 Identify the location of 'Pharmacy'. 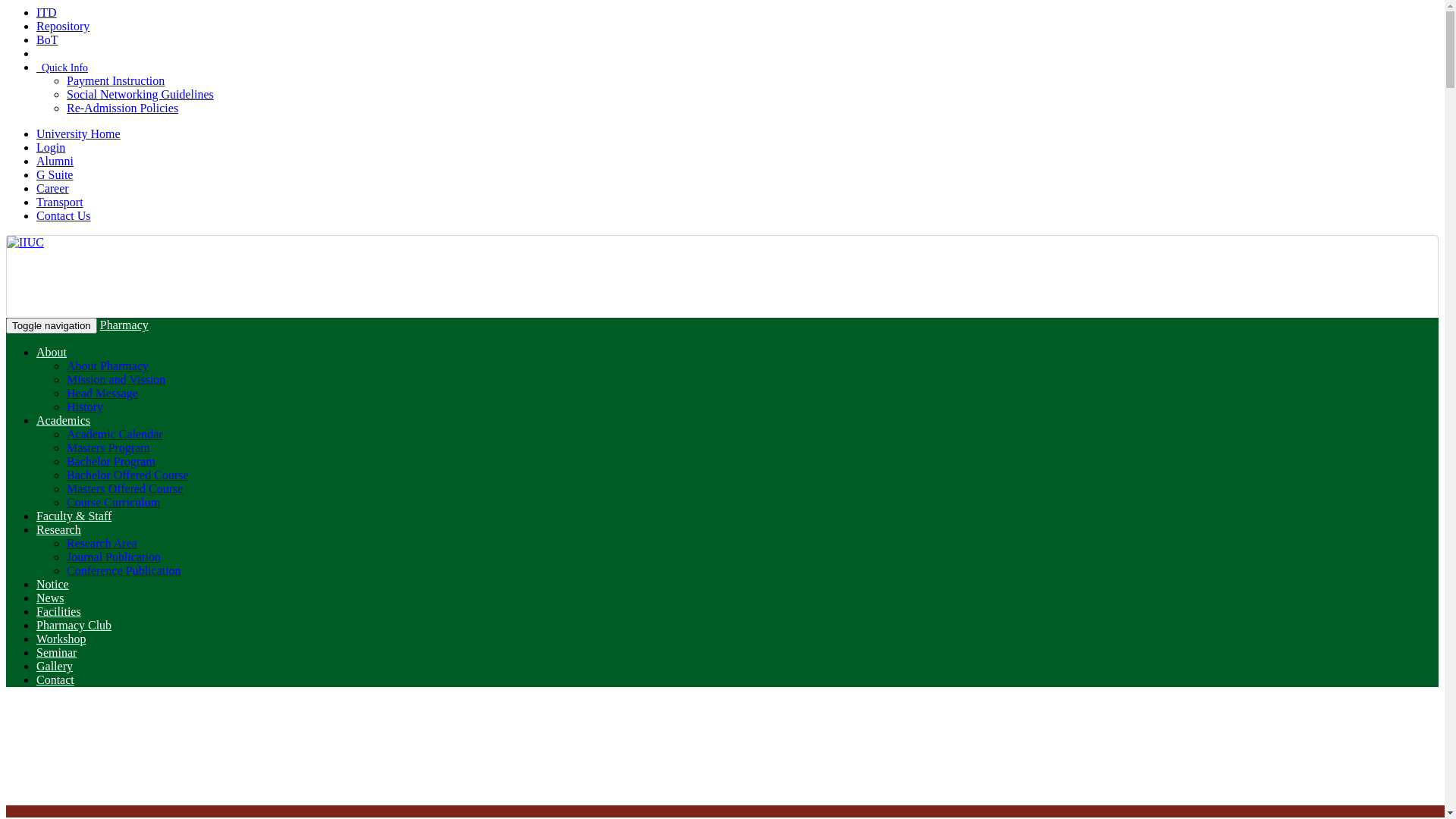
(124, 324).